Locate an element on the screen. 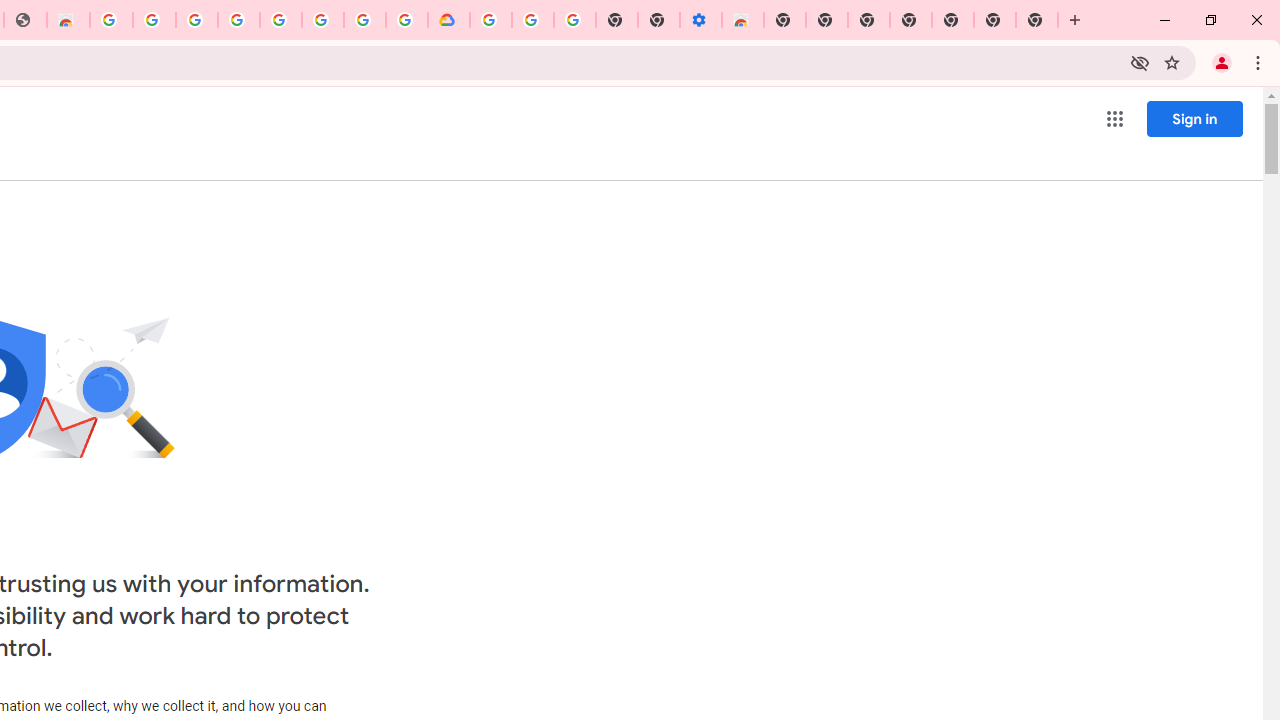 The image size is (1280, 720). 'New Tab' is located at coordinates (784, 20).